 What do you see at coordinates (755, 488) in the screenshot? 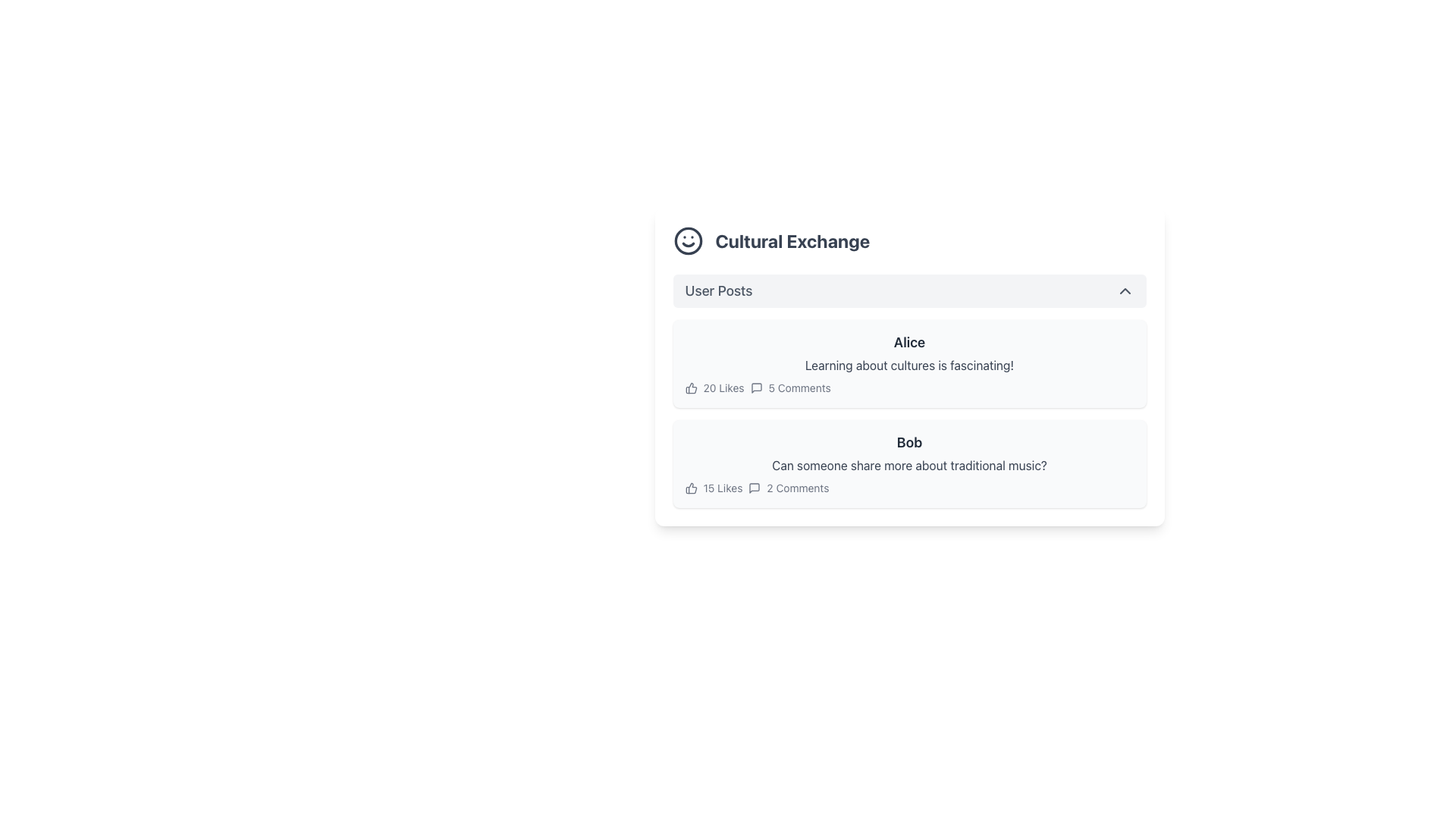
I see `the comment icon located between '15 Likes' and '2 Comments' under Bob's post, which visually indicates the comments feature` at bounding box center [755, 488].